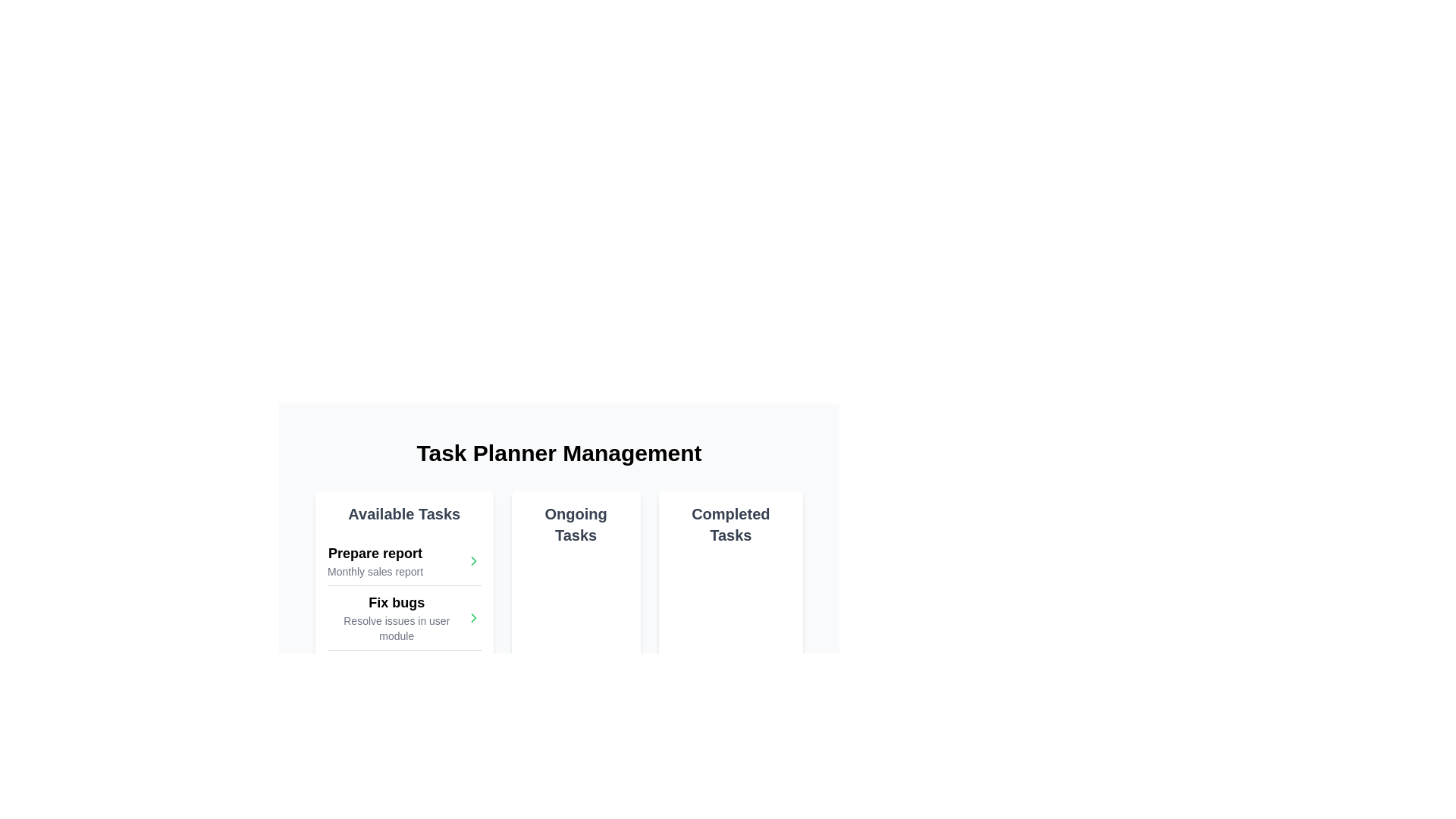 This screenshot has height=819, width=1456. What do you see at coordinates (375, 571) in the screenshot?
I see `the text label that reads 'Monthly sales report', which is styled in small gray font and positioned directly below the bold text 'Prepare report' in the 'Available Tasks' section` at bounding box center [375, 571].